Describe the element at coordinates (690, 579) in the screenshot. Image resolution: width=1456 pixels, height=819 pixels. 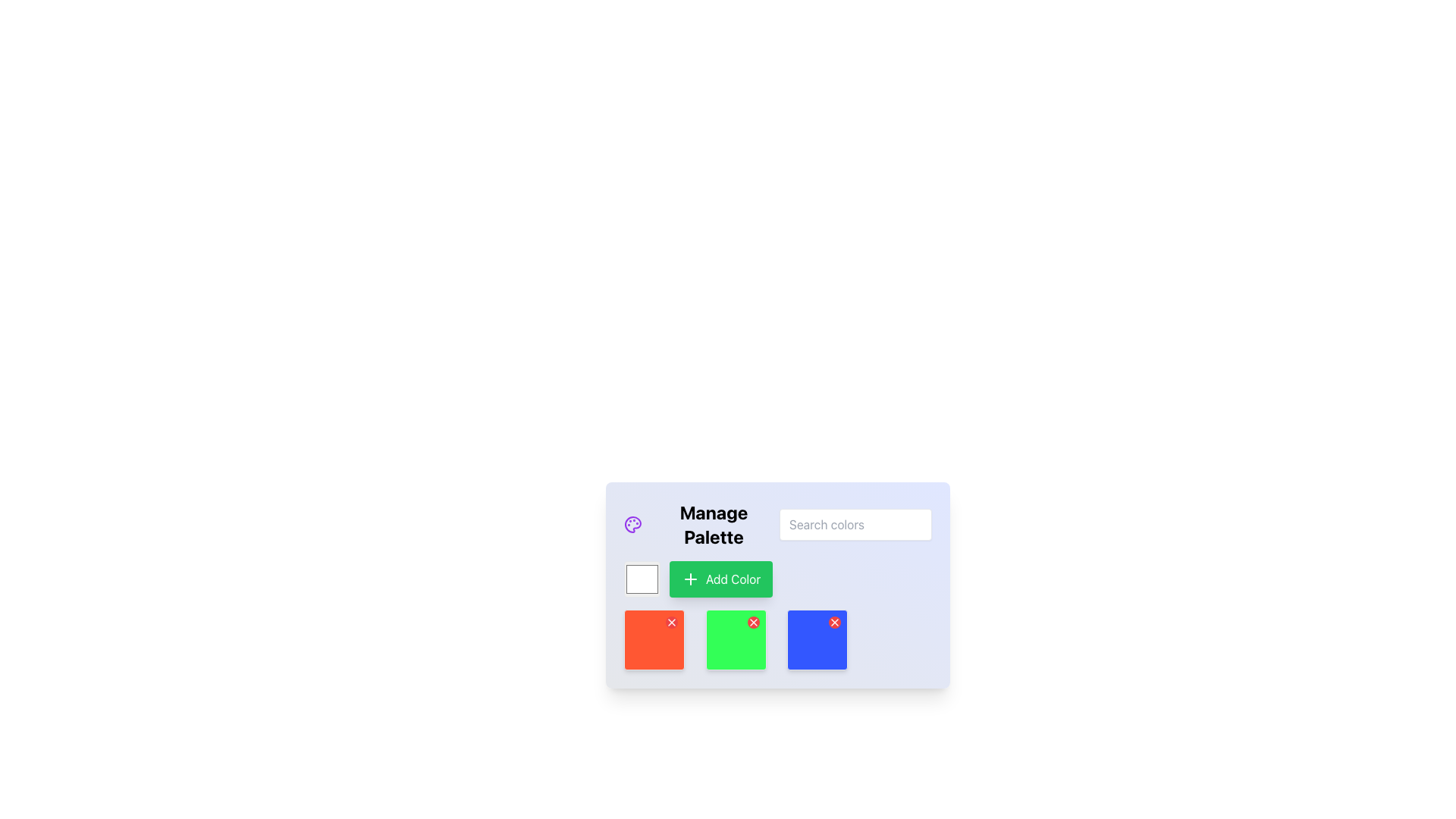
I see `the green 'Add Color' button located in the lower center region of the interface` at that location.